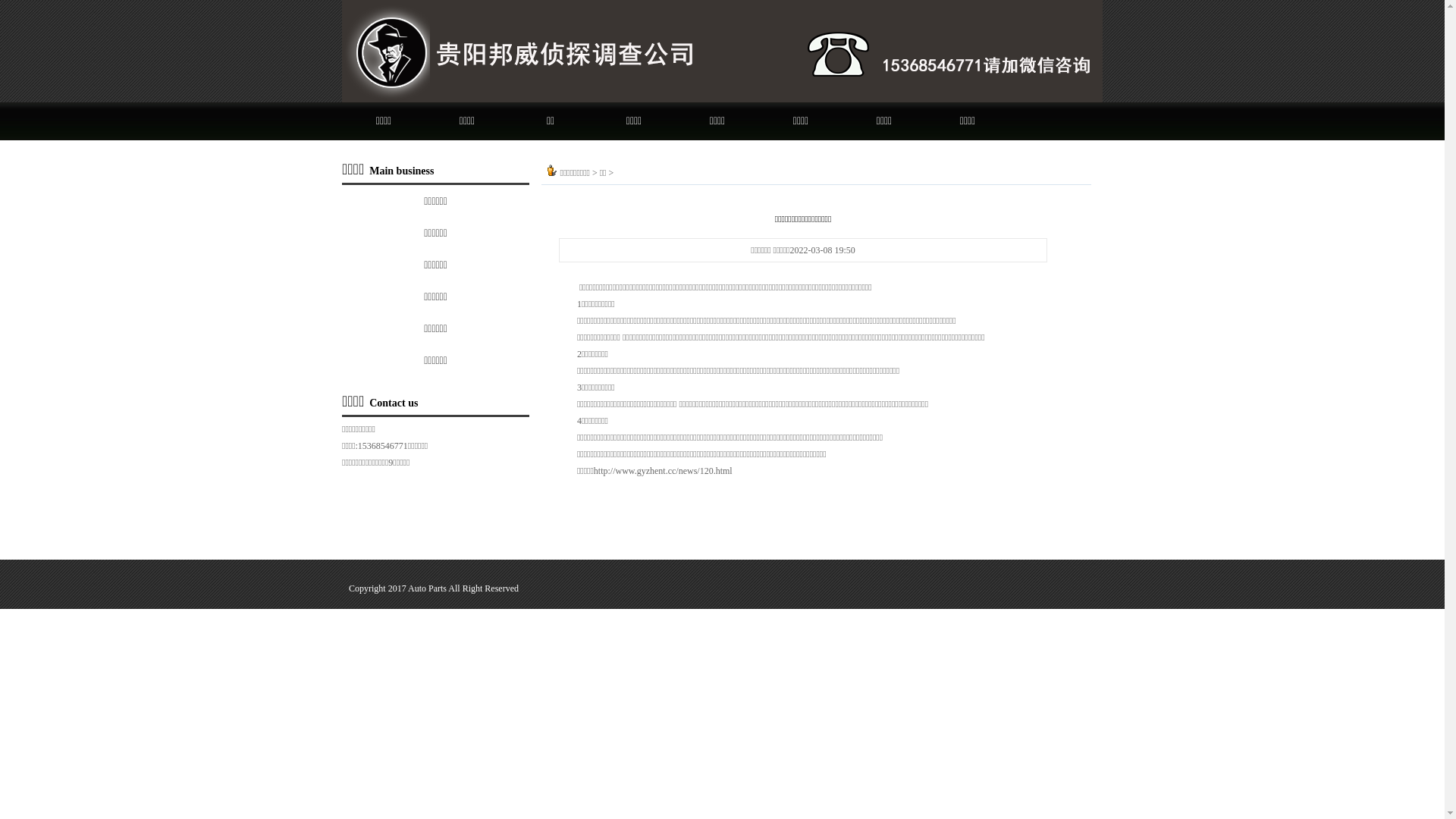 The height and width of the screenshot is (819, 1456). What do you see at coordinates (663, 470) in the screenshot?
I see `'http://www.gyzhent.cc/news/120.html'` at bounding box center [663, 470].